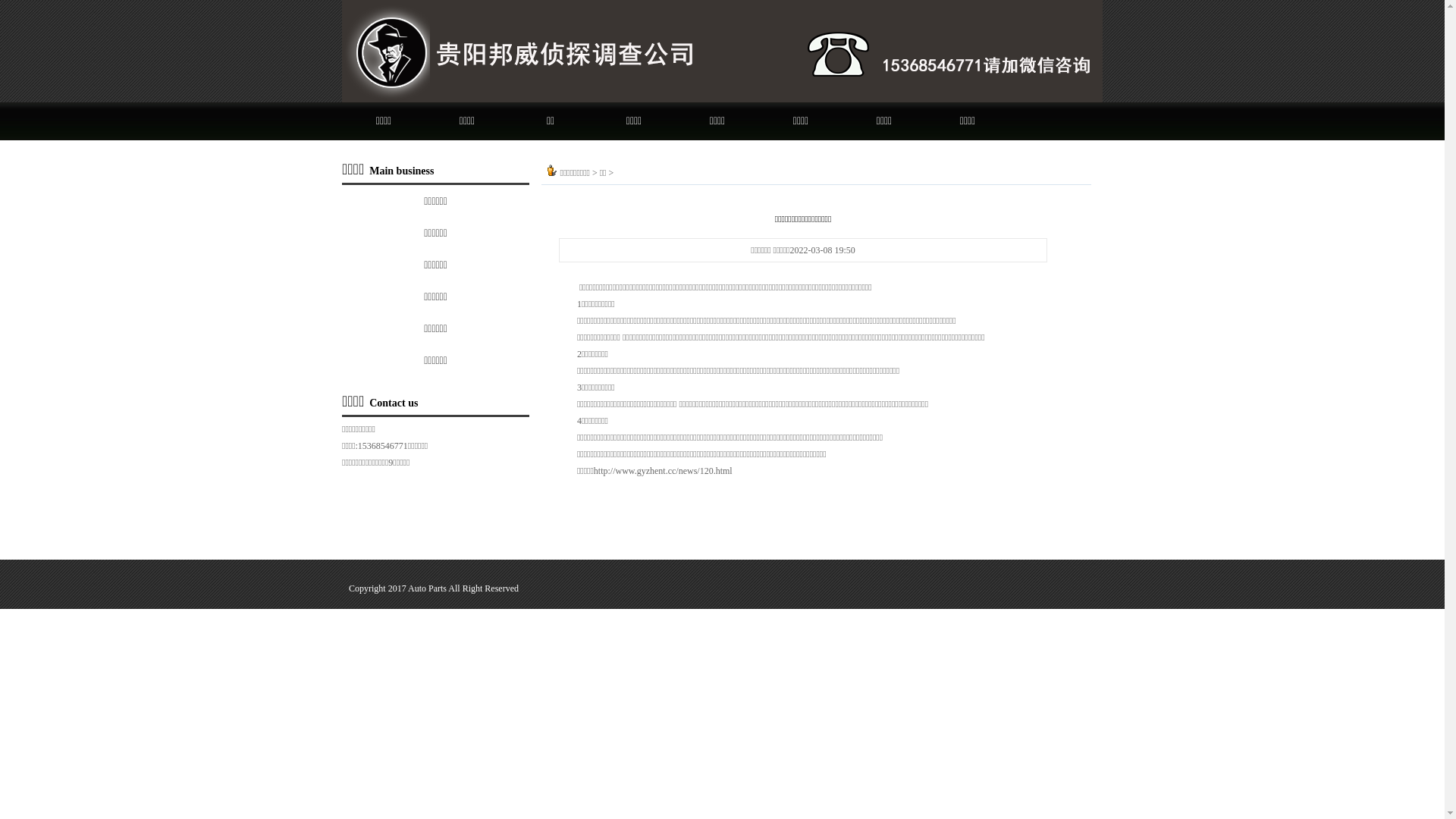 The height and width of the screenshot is (819, 1456). What do you see at coordinates (663, 470) in the screenshot?
I see `'http://www.gyzhent.cc/news/120.html'` at bounding box center [663, 470].